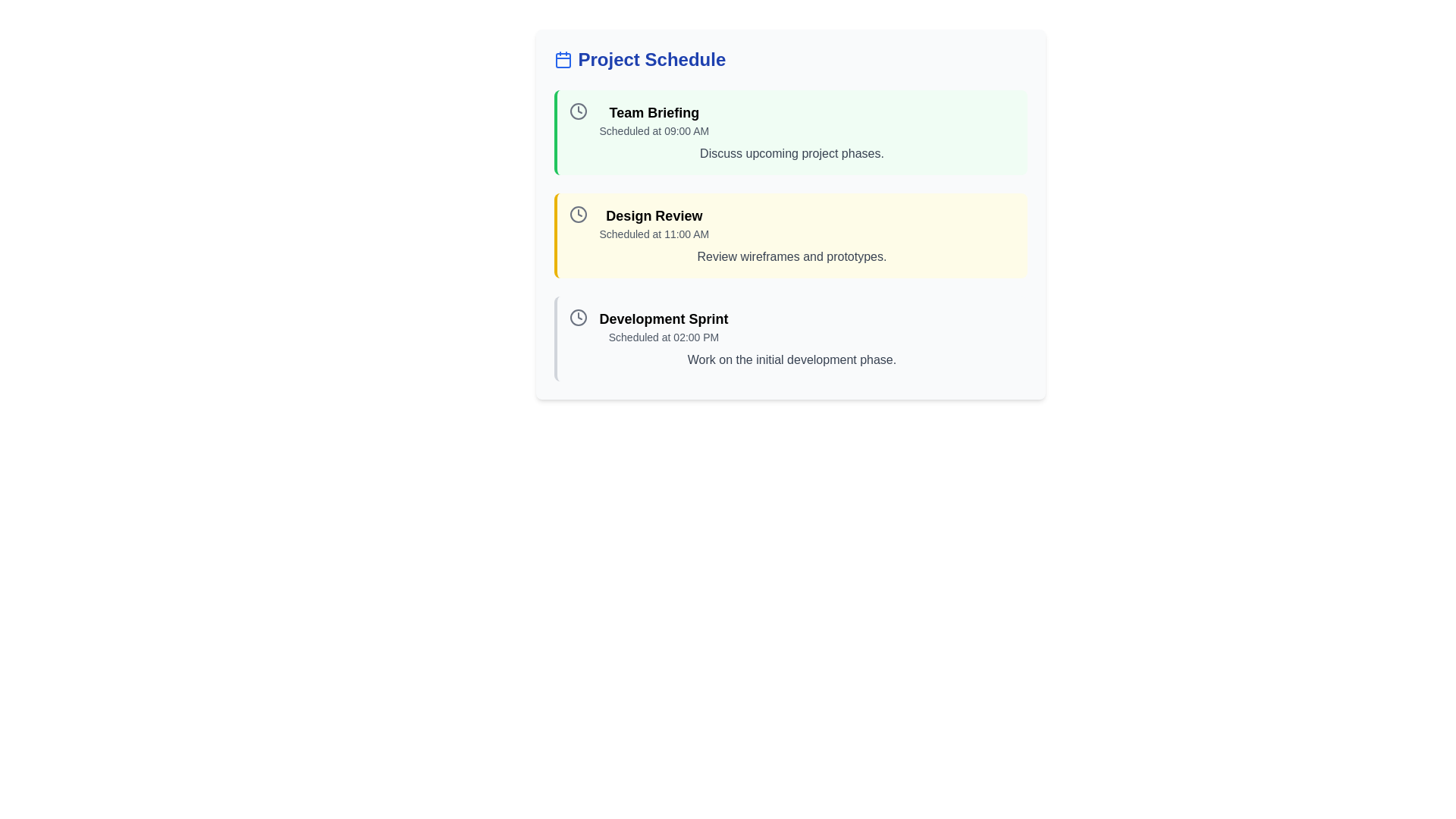 The image size is (1456, 819). I want to click on the Information Card indicating a scheduled event in the project timeline, so click(789, 236).